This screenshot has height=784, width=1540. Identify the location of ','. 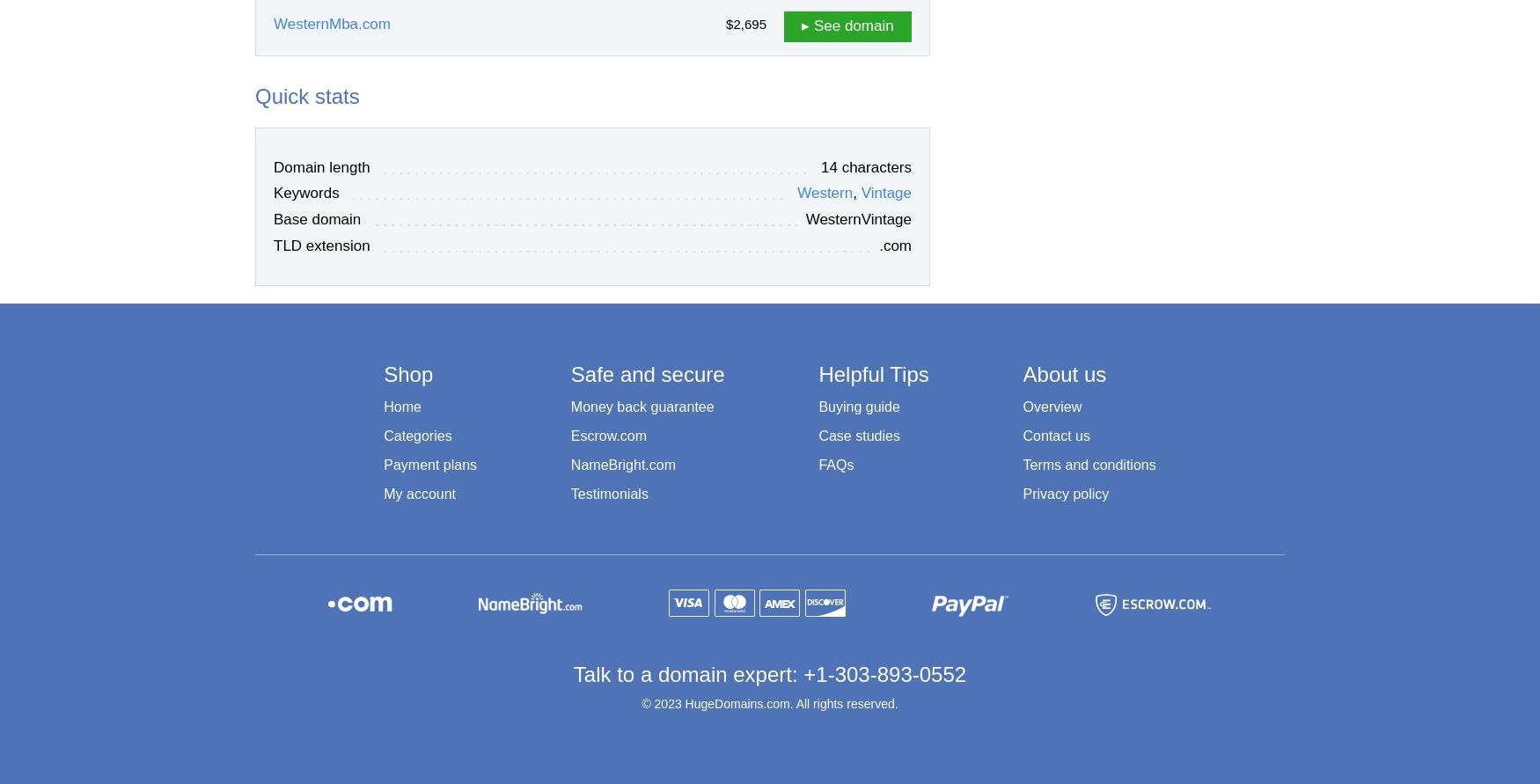
(856, 193).